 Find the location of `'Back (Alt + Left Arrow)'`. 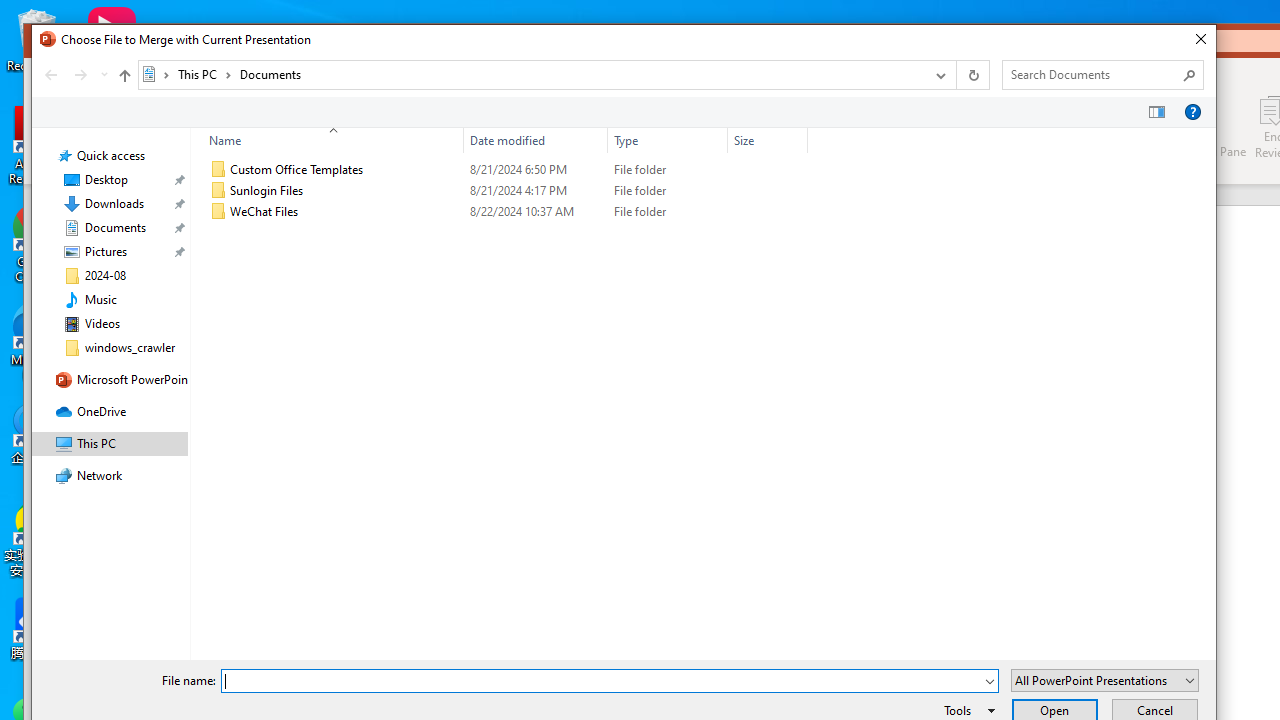

'Back (Alt + Left Arrow)' is located at coordinates (51, 73).